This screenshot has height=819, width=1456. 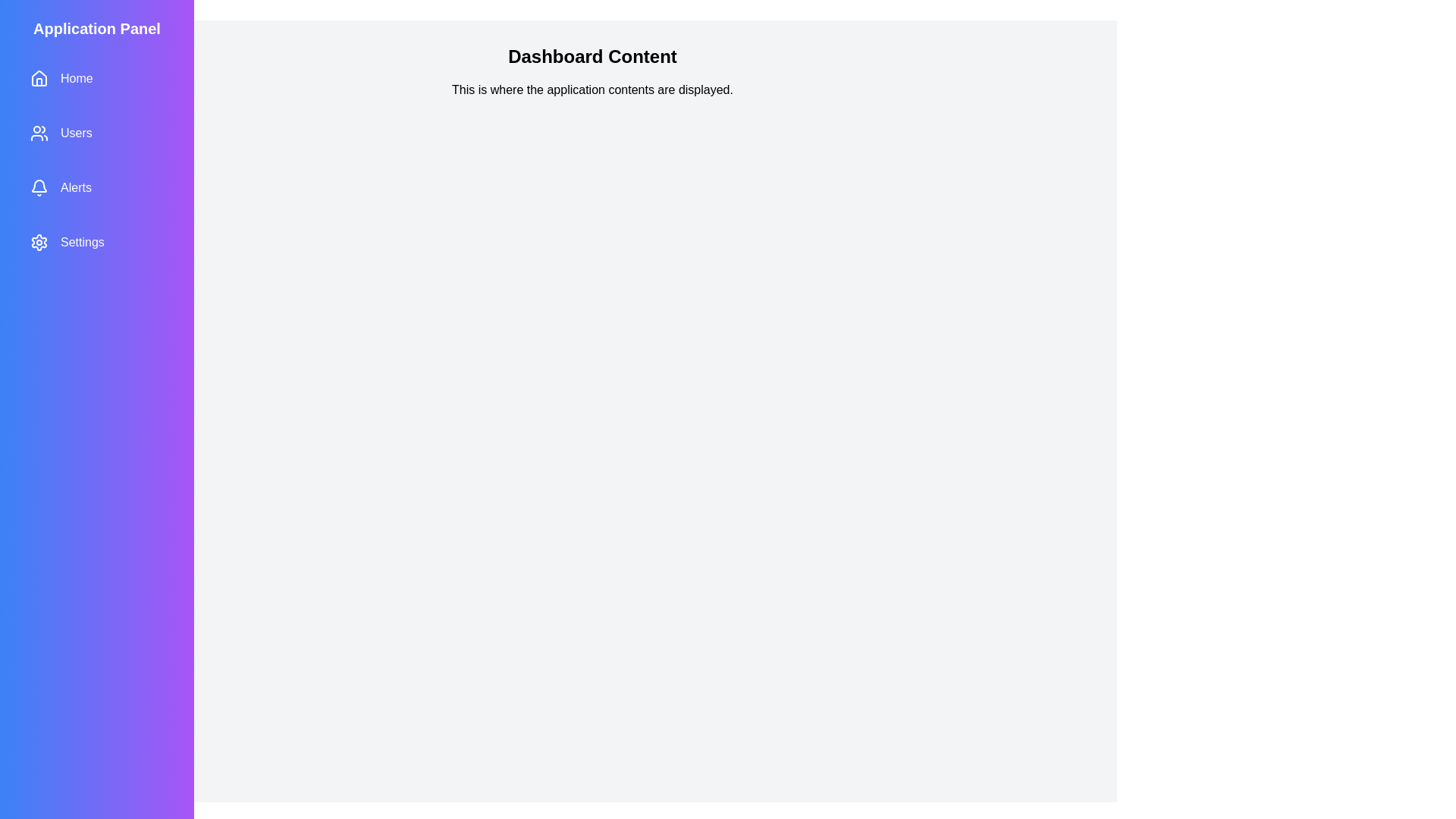 What do you see at coordinates (30, 30) in the screenshot?
I see `toggle button located at the top-left corner of the screen to toggle the sidebar visibility` at bounding box center [30, 30].